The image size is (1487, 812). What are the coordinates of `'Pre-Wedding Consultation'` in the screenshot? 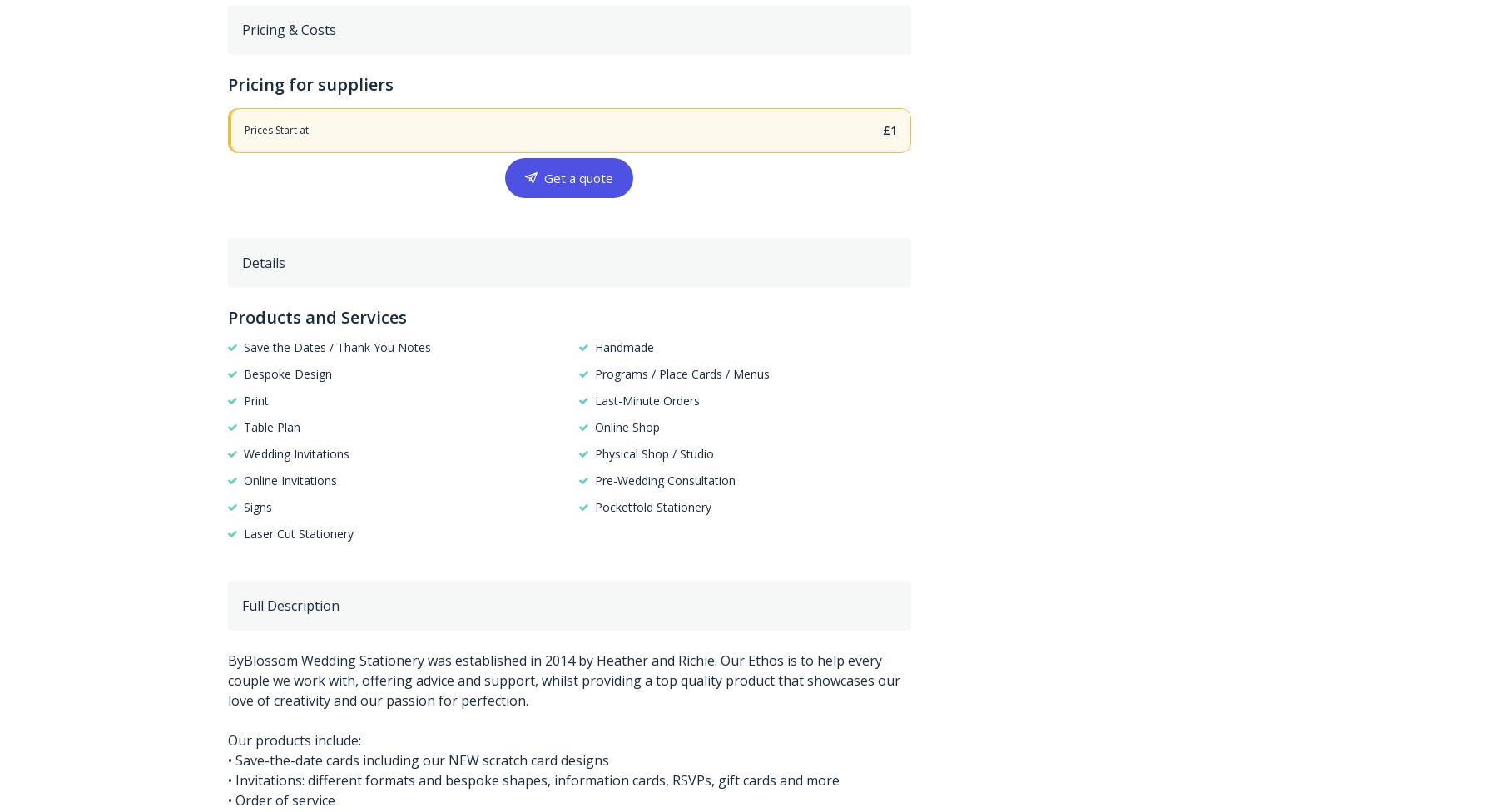 It's located at (665, 479).